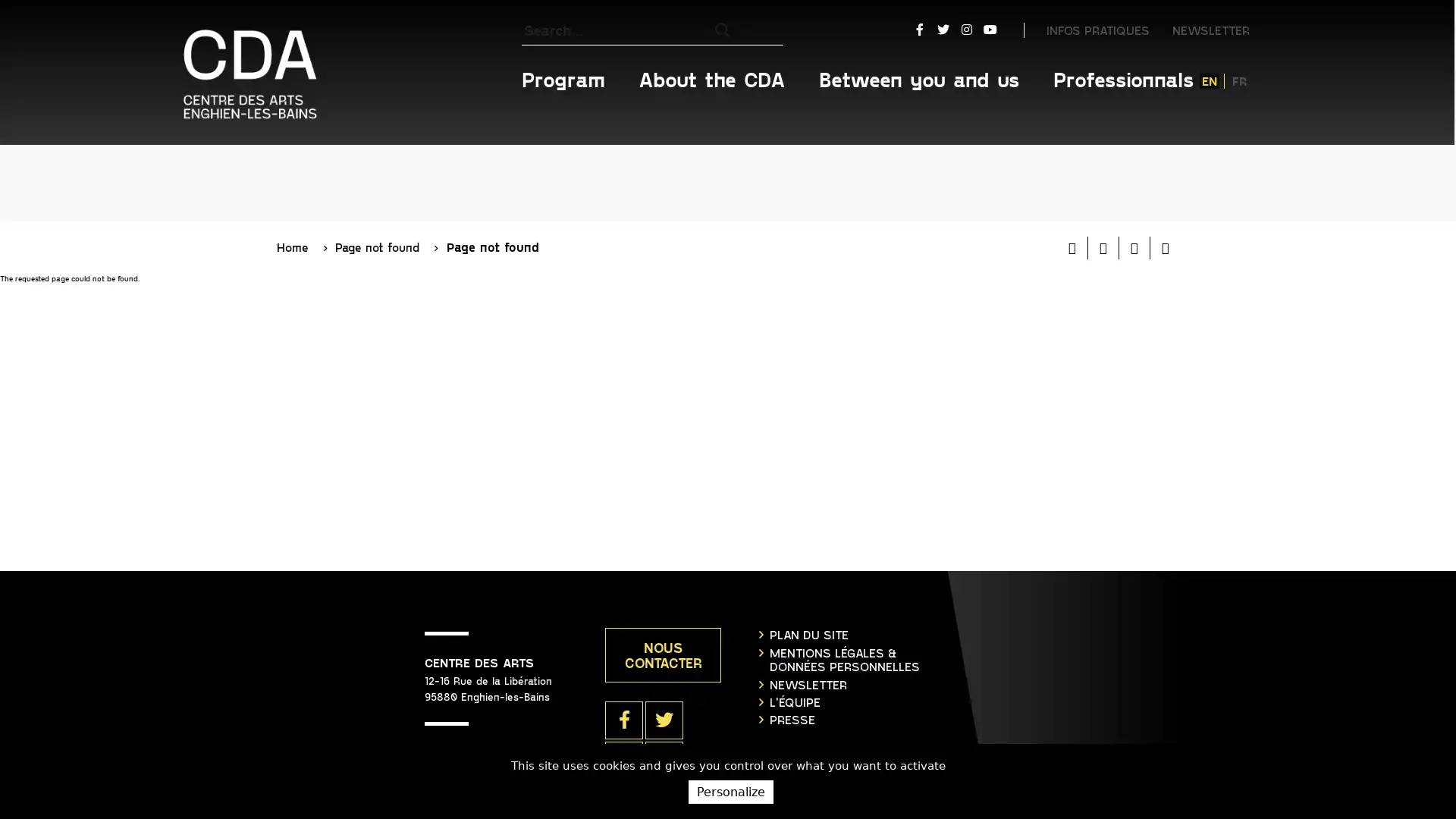 The height and width of the screenshot is (819, 1456). Describe the element at coordinates (767, 30) in the screenshot. I see `Search all the site` at that location.